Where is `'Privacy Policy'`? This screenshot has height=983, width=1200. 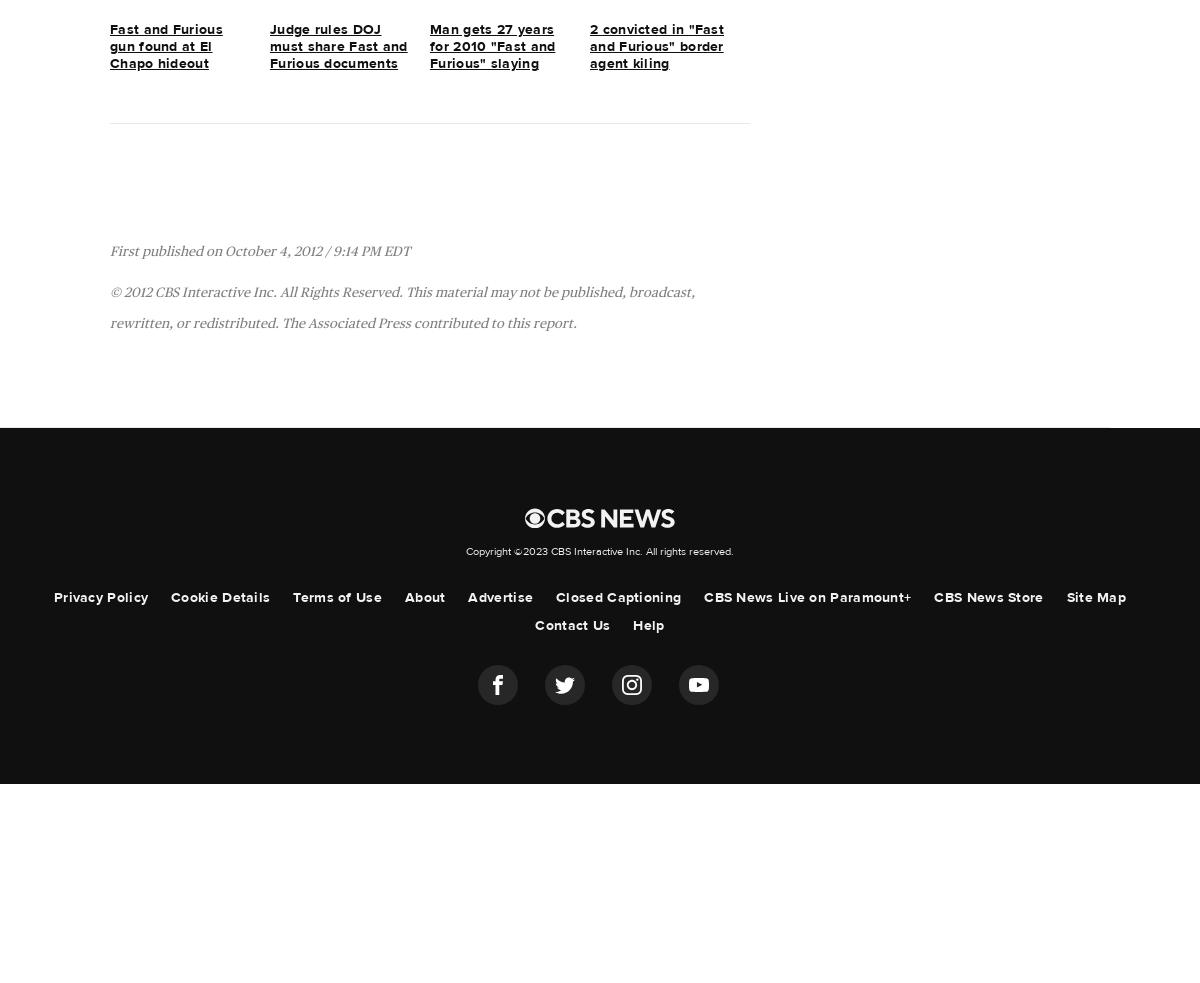
'Privacy Policy' is located at coordinates (100, 597).